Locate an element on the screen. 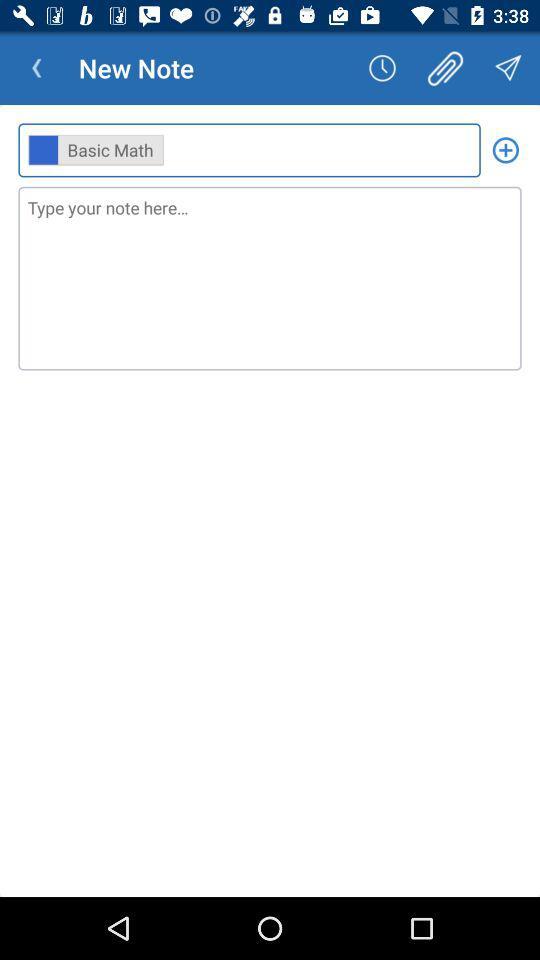 The height and width of the screenshot is (960, 540). the icon above ,,  item is located at coordinates (445, 68).